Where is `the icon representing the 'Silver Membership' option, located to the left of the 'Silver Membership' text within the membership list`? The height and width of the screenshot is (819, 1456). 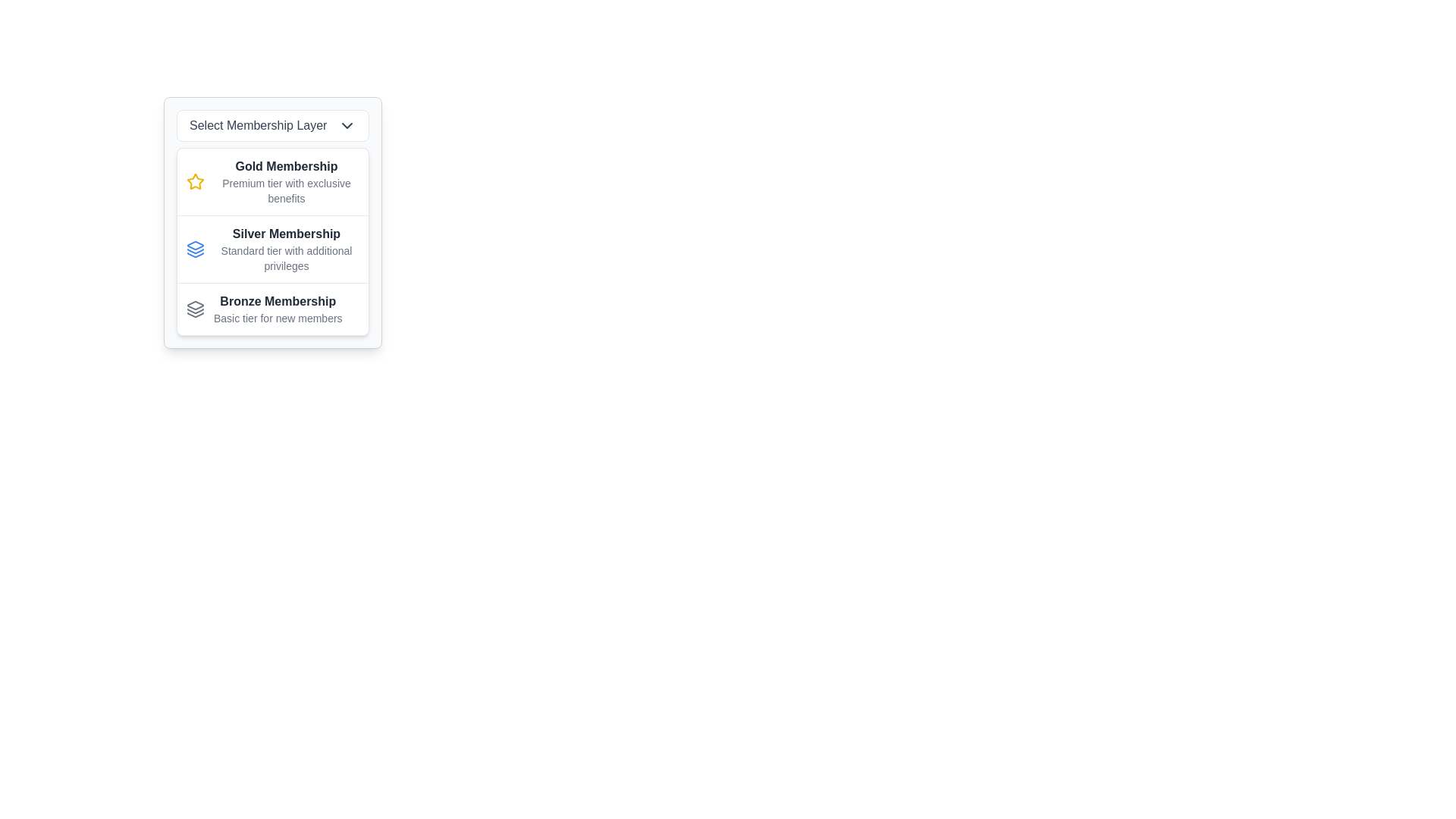 the icon representing the 'Silver Membership' option, located to the left of the 'Silver Membership' text within the membership list is located at coordinates (195, 248).